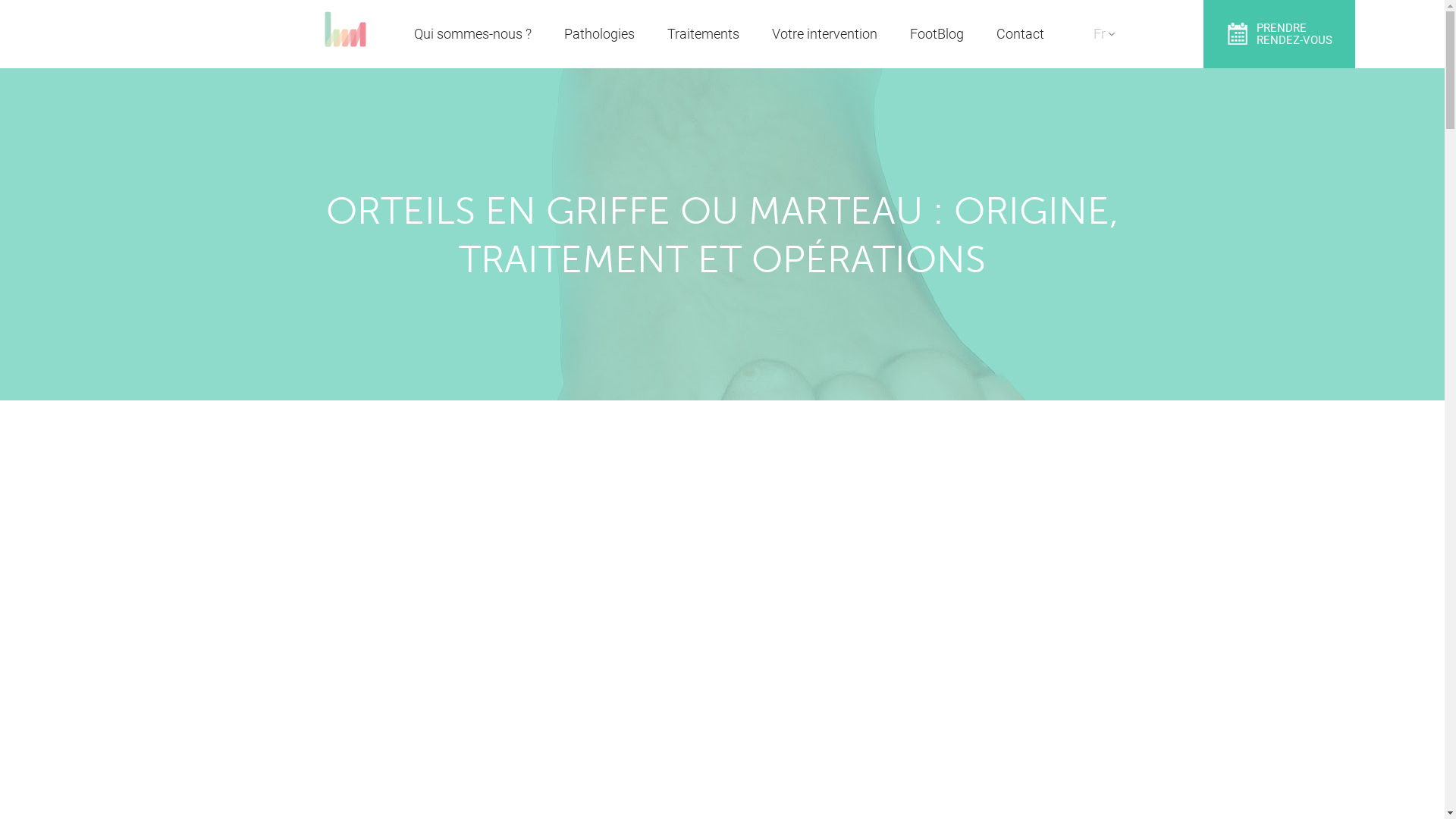 This screenshot has height=819, width=1456. Describe the element at coordinates (1020, 34) in the screenshot. I see `'Contact'` at that location.